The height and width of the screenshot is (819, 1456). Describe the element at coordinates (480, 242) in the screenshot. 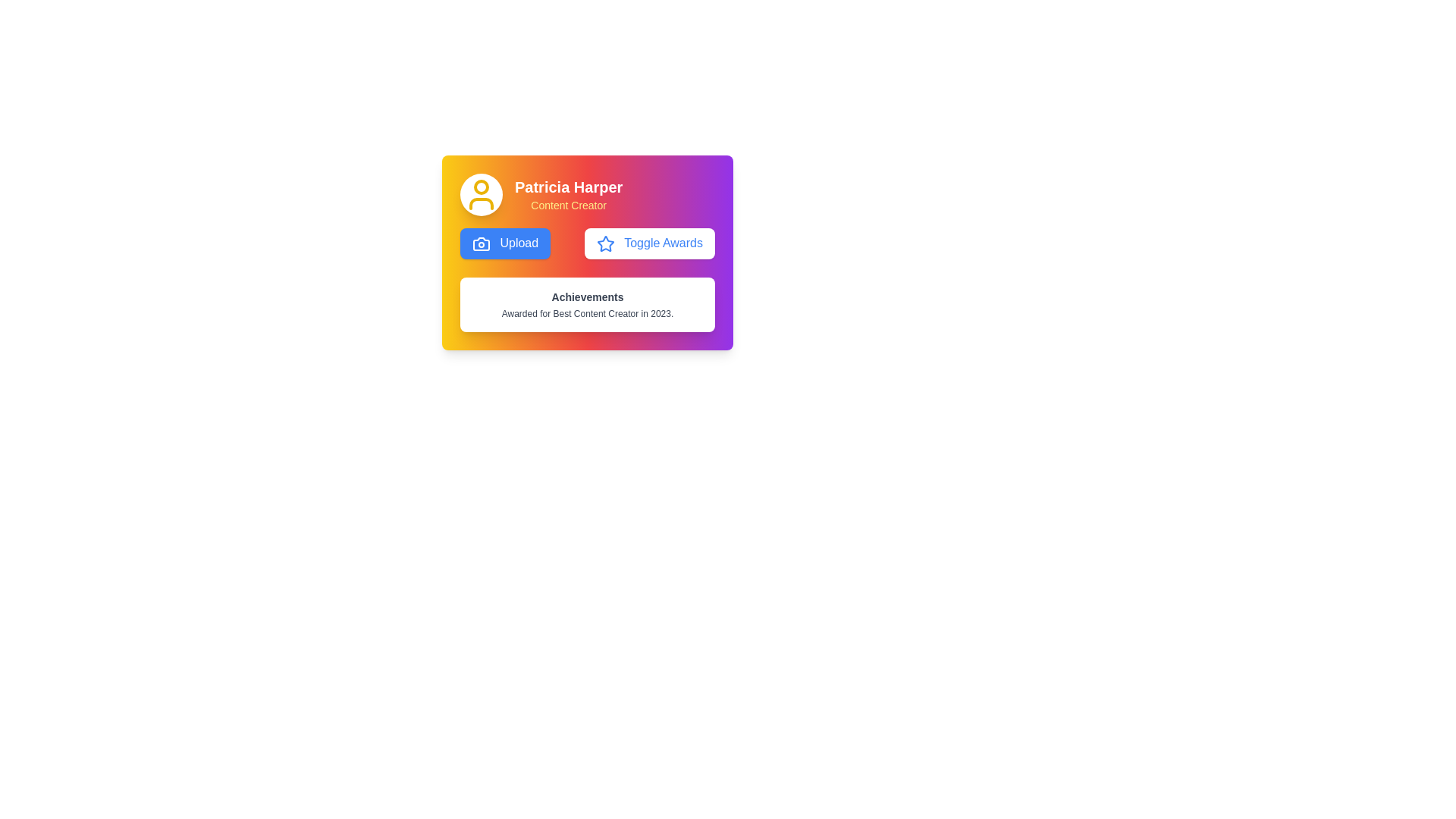

I see `the 'Upload' icon which is the left component of the 'Upload' button located below the profile information section of Patricia Harper` at that location.